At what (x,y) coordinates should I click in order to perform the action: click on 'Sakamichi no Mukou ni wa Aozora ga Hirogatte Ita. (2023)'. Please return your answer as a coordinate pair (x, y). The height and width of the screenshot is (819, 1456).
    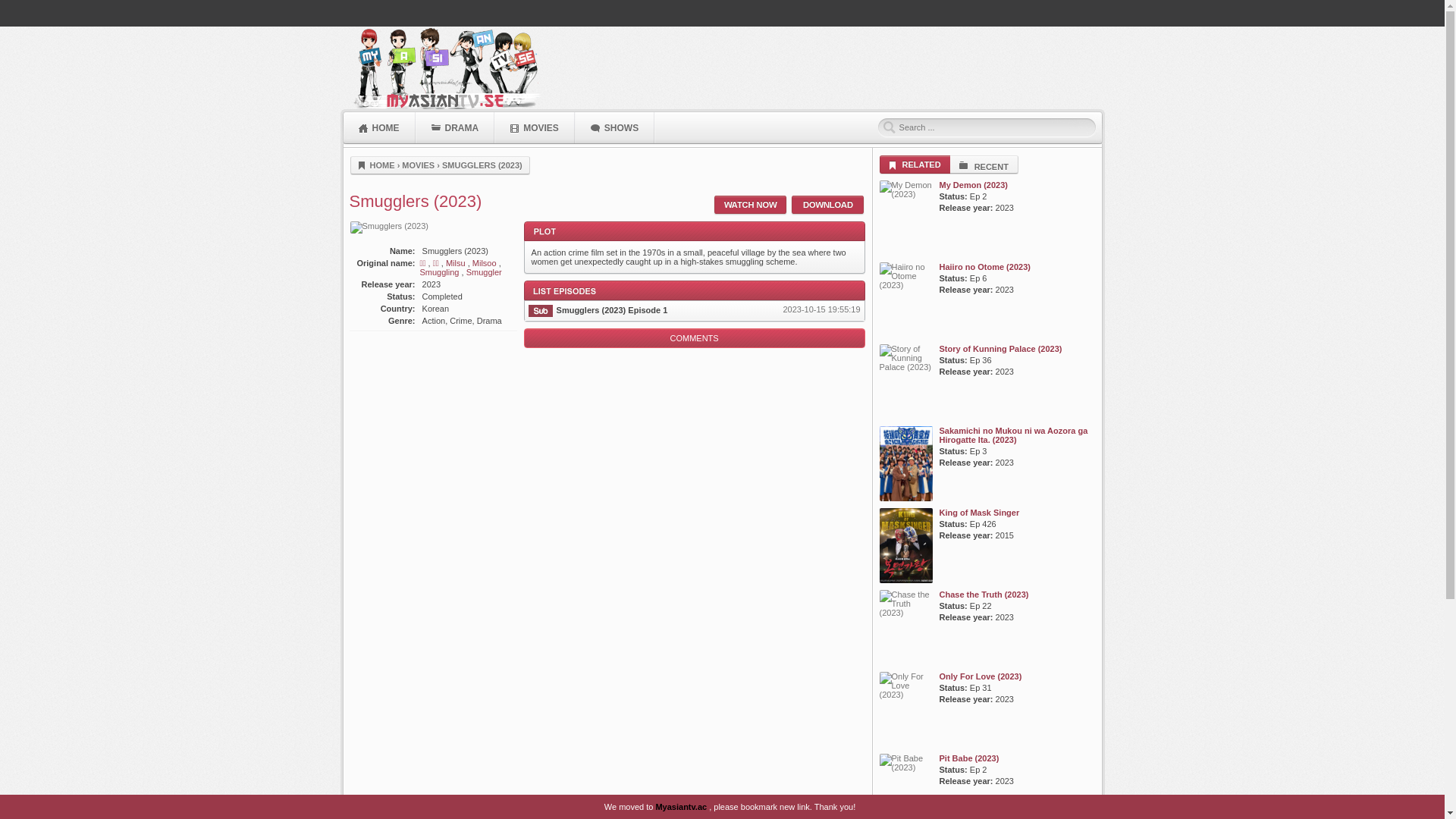
    Looking at the image, I should click on (1012, 435).